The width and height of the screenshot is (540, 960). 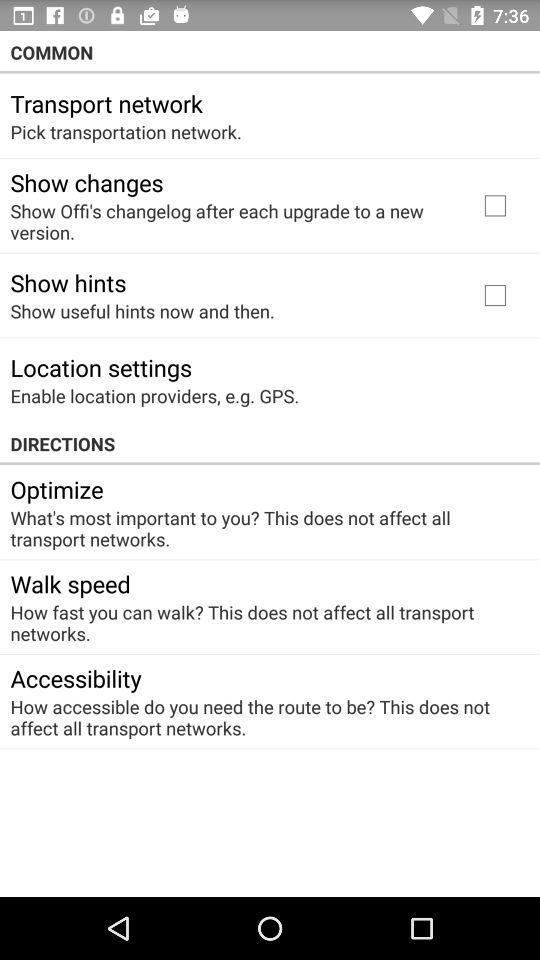 I want to click on app below the accessibility app, so click(x=263, y=717).